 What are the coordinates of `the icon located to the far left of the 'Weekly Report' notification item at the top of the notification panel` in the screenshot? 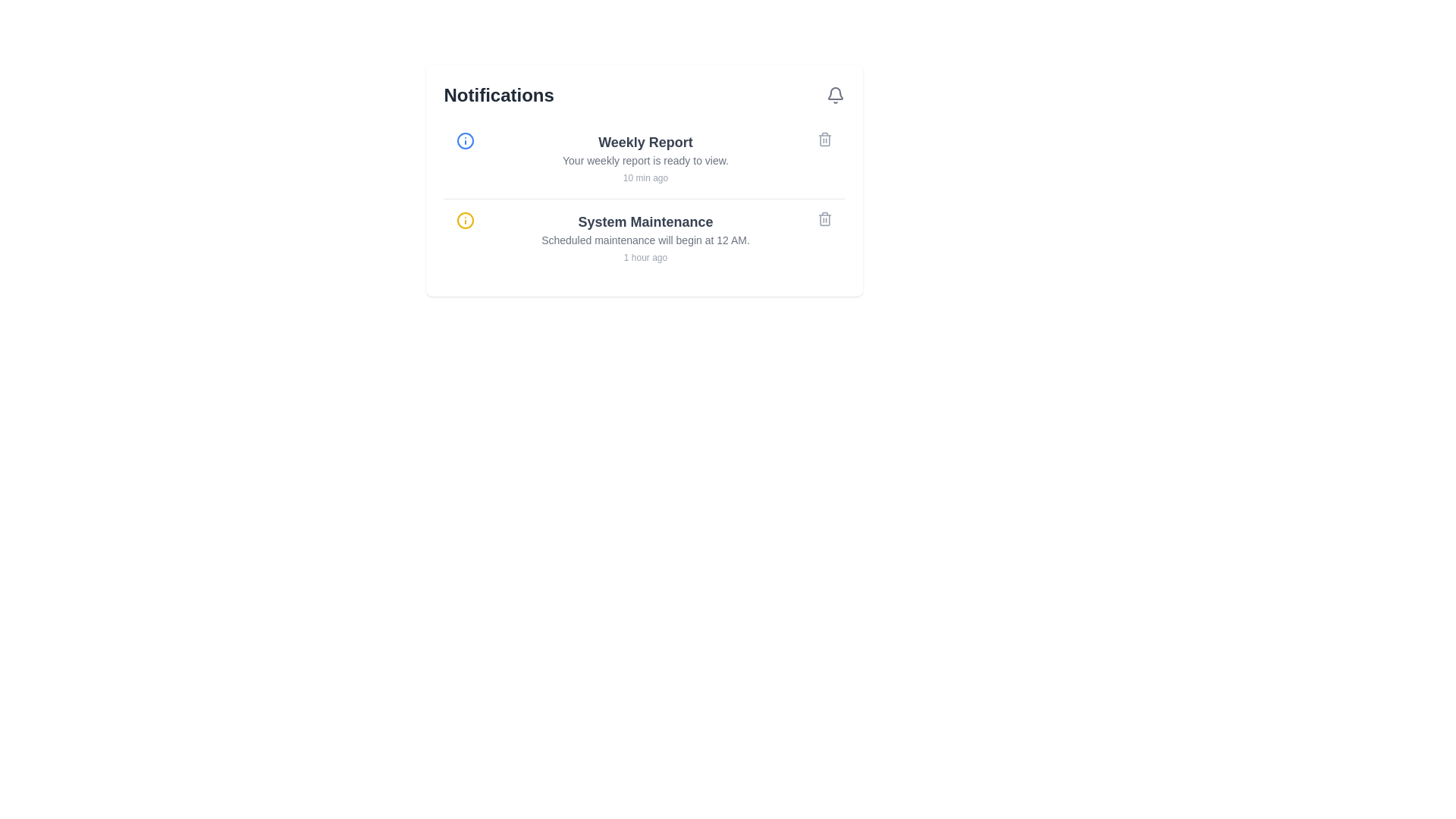 It's located at (464, 140).